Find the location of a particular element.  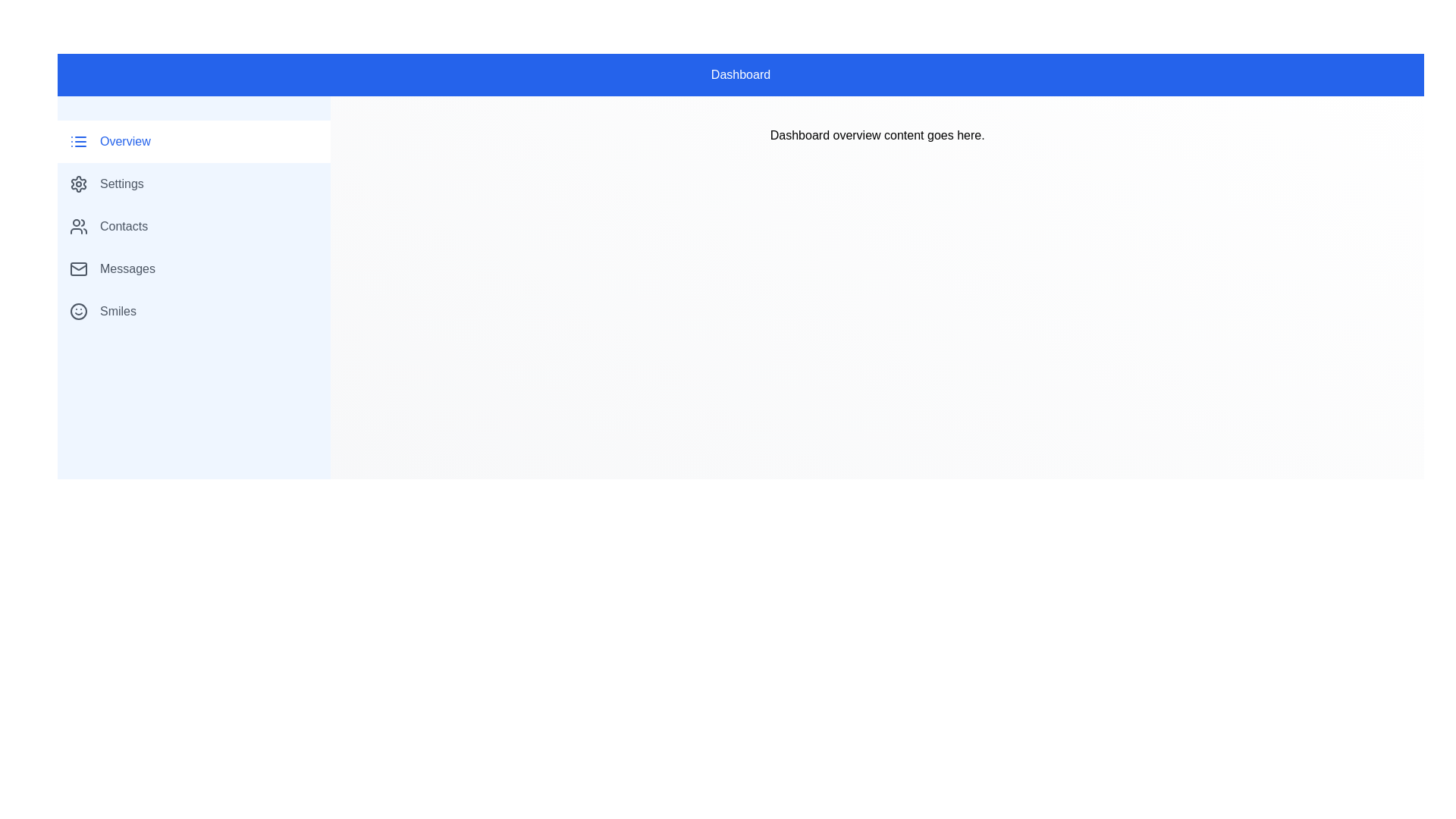

the small blue icon resembling a list with three horizontal lines and circles, located in the sidebar to the left of the 'Overview' text is located at coordinates (78, 141).